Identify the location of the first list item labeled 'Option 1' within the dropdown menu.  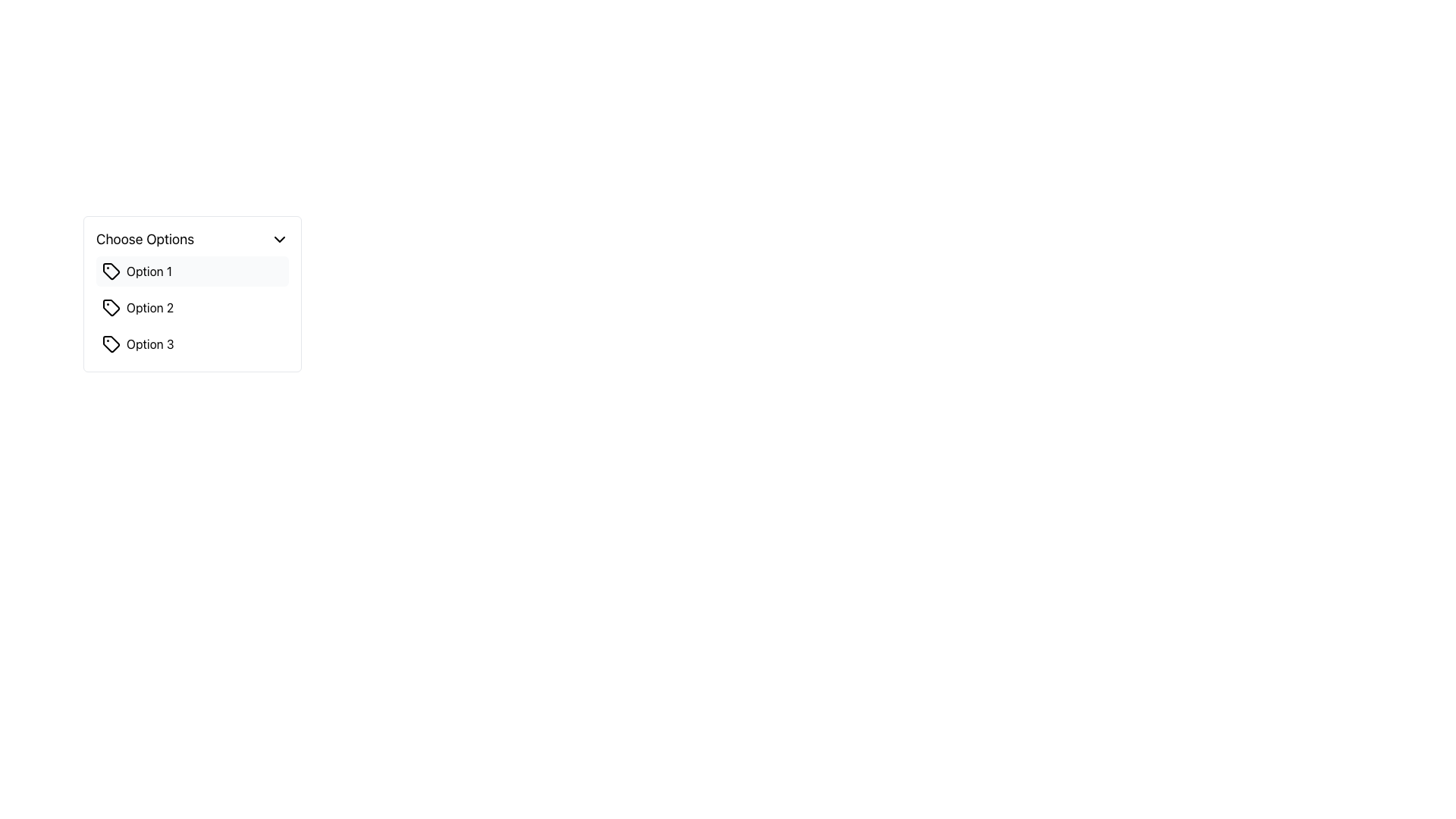
(192, 271).